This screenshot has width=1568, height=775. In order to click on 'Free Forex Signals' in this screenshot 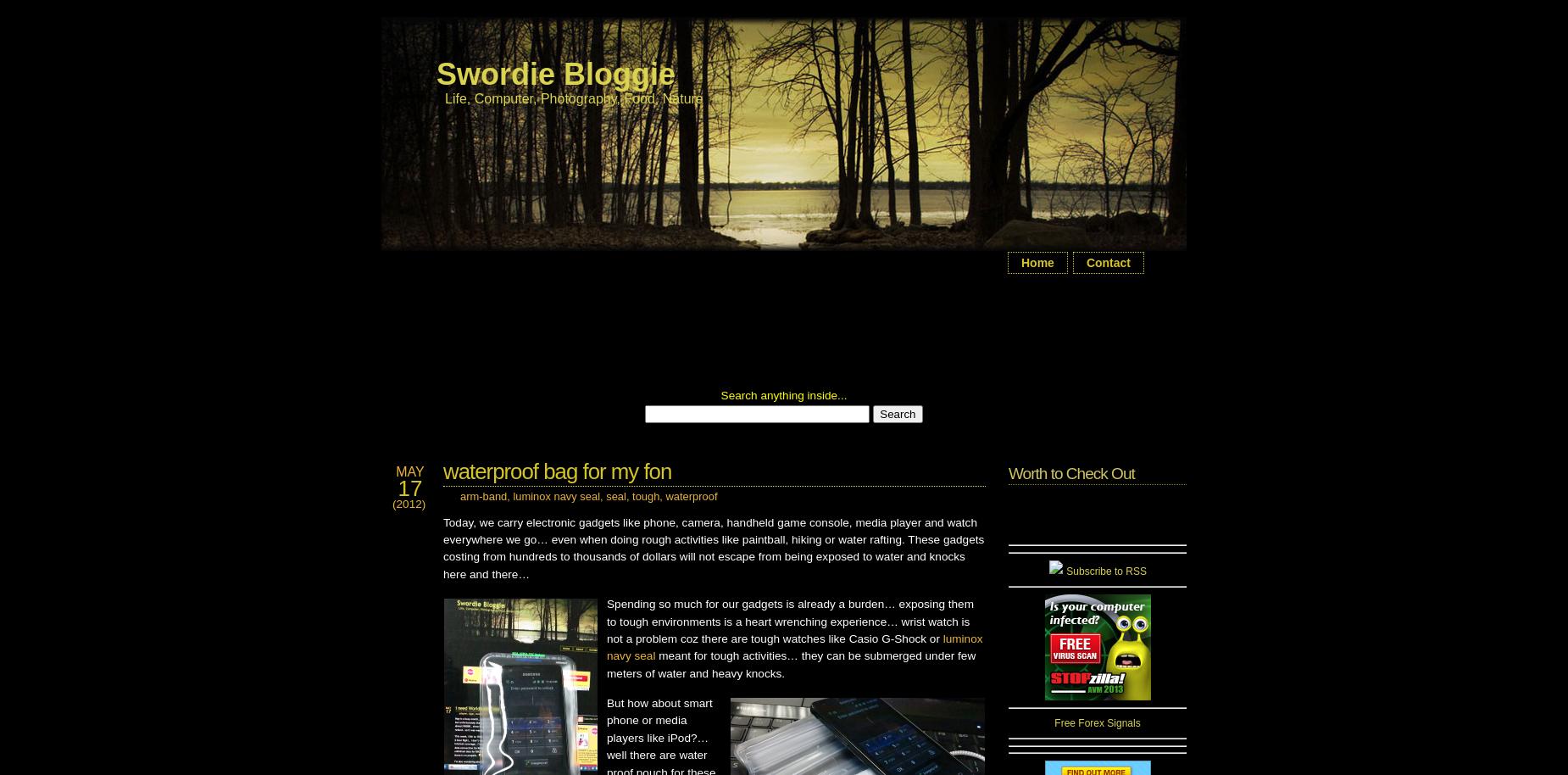, I will do `click(1096, 722)`.